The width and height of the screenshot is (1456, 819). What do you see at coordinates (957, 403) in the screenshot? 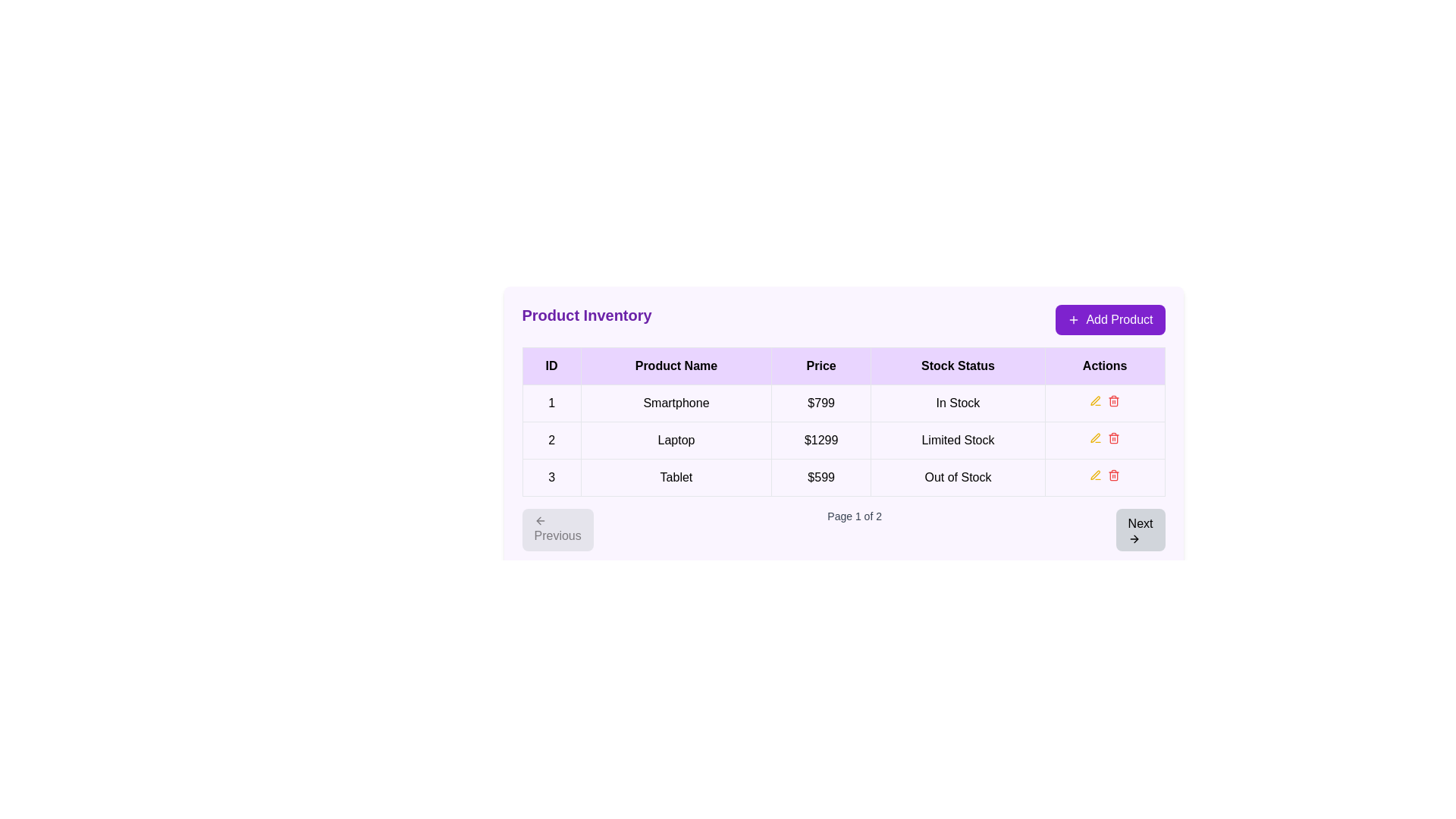
I see `the 'In Stock' text label, which is styled with a padded border and located in the first row under the 'Stock Status' column, adjacent to the '$799' cell and the 'Actions' column` at bounding box center [957, 403].